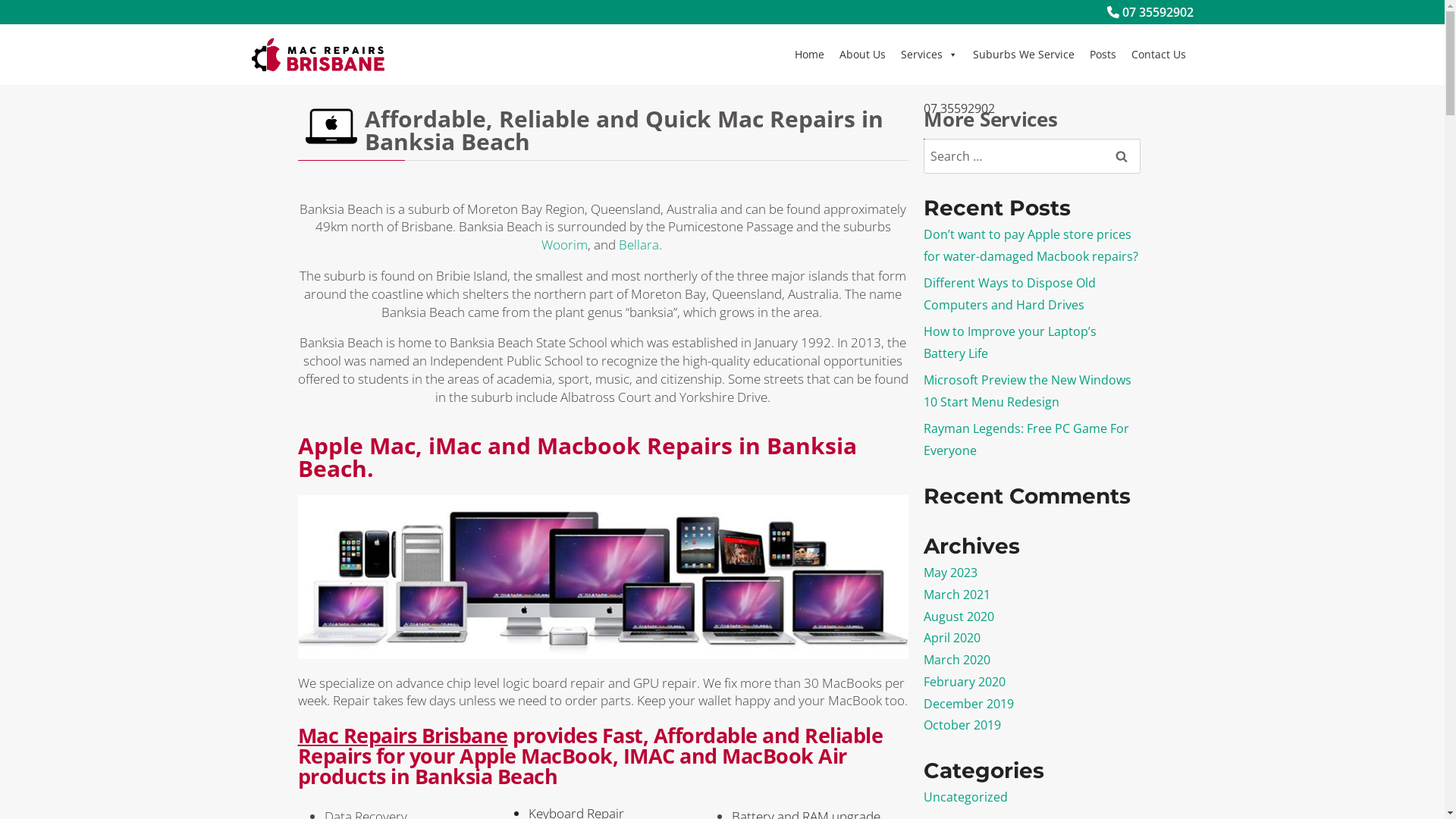 The height and width of the screenshot is (819, 1456). Describe the element at coordinates (965, 795) in the screenshot. I see `'Uncategorized'` at that location.